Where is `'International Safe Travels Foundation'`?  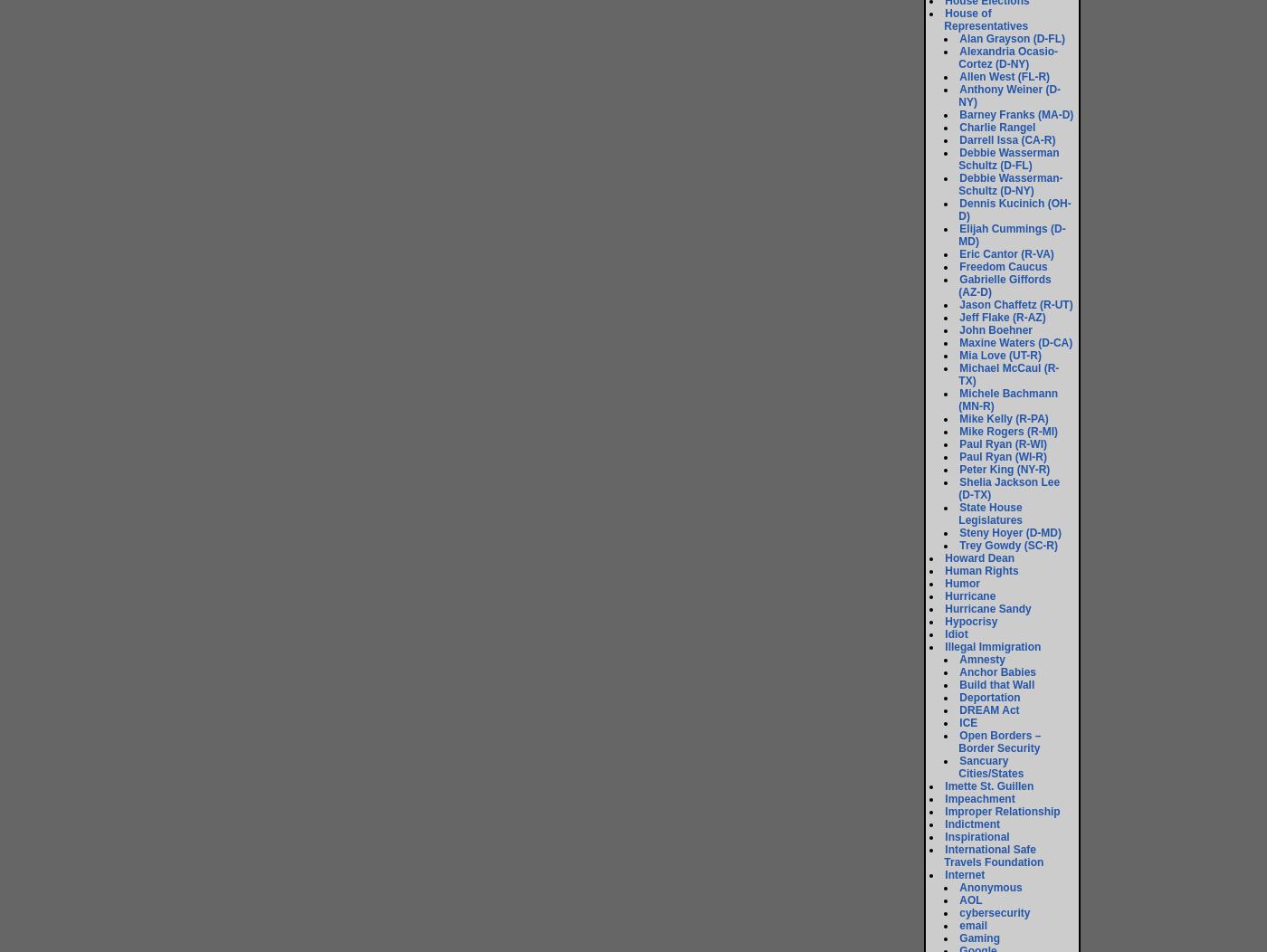 'International Safe Travels Foundation' is located at coordinates (994, 854).